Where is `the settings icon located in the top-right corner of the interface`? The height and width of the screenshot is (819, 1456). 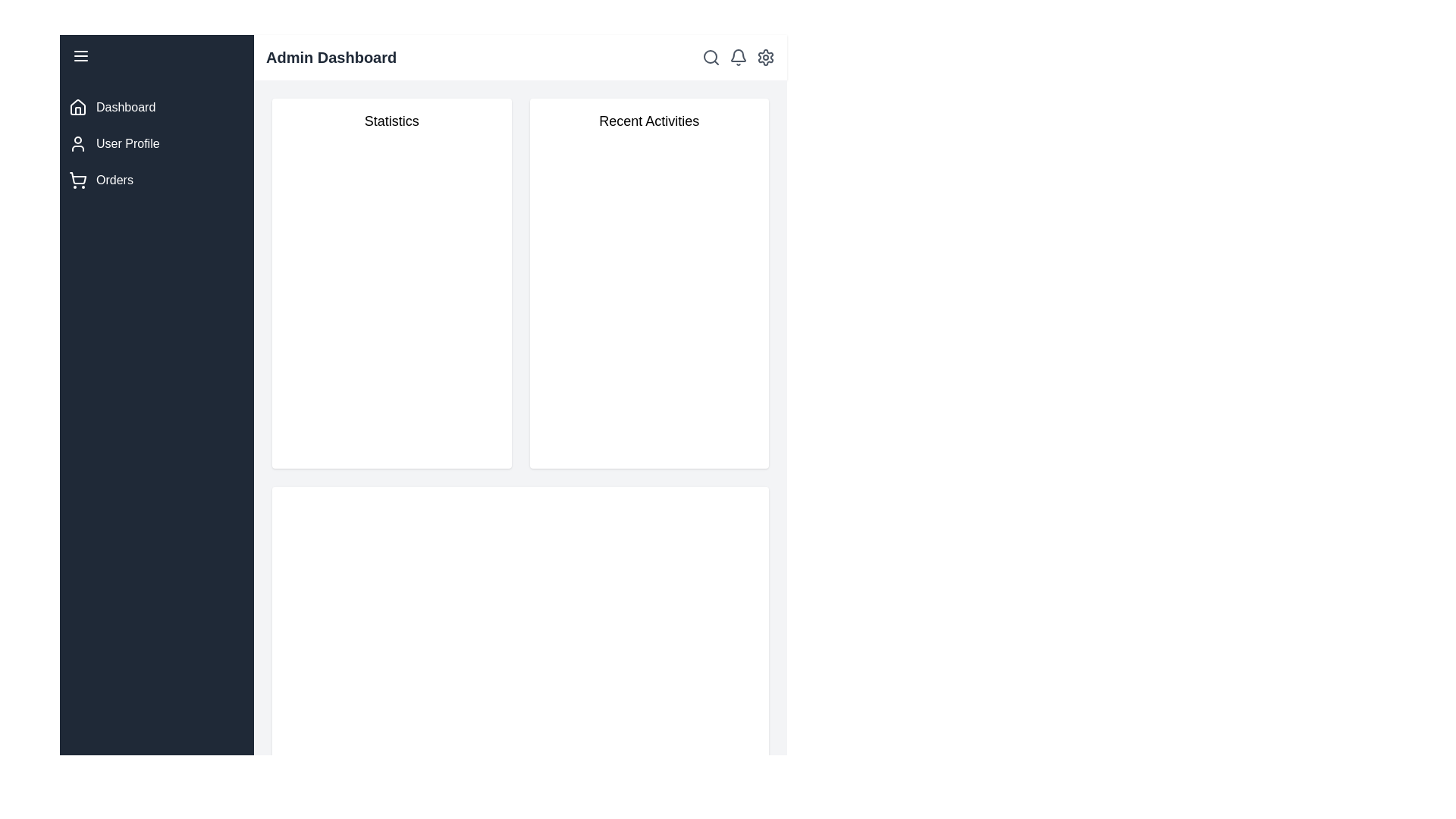 the settings icon located in the top-right corner of the interface is located at coordinates (765, 57).